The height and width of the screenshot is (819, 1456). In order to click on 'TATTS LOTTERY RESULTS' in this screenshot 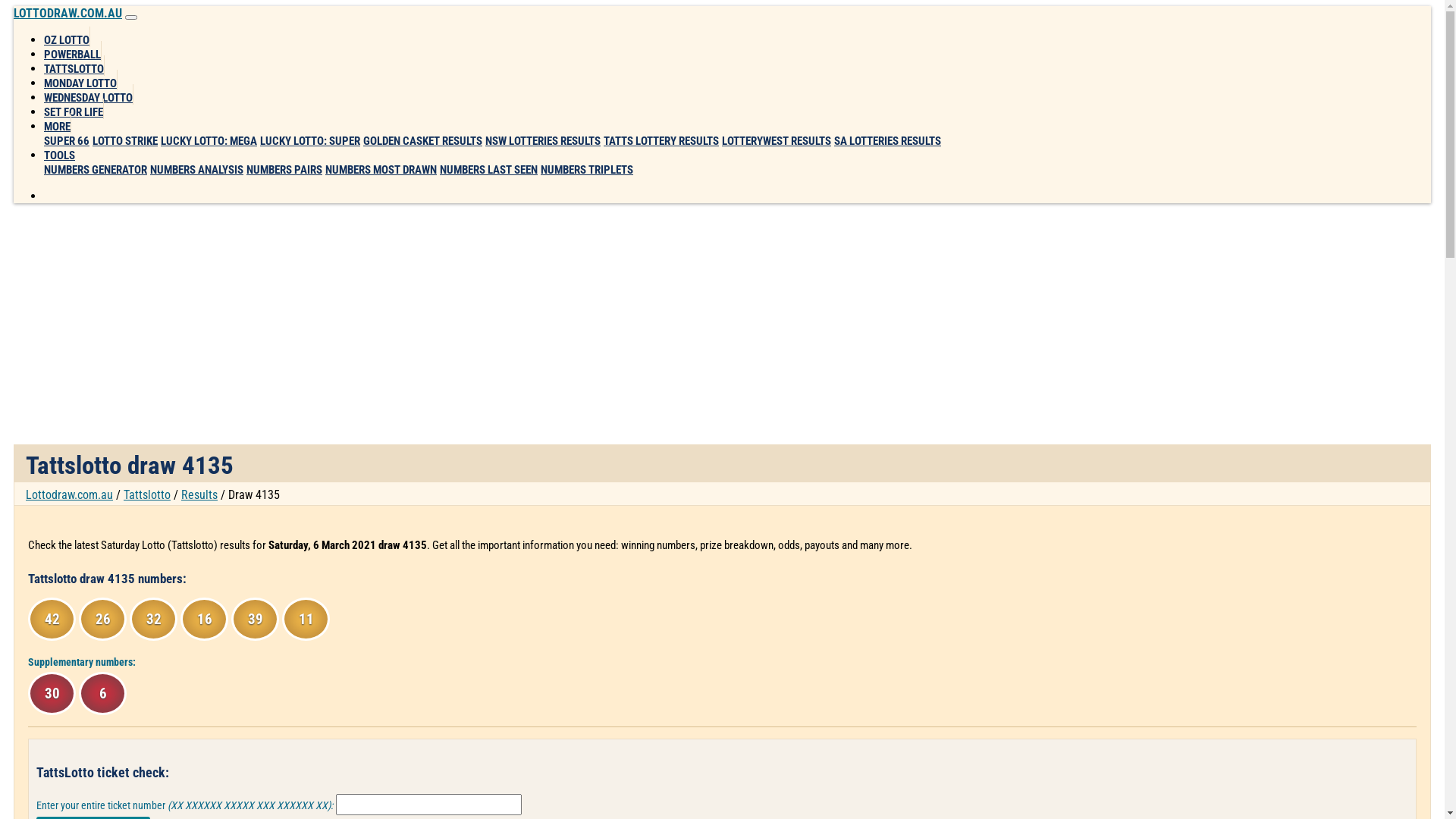, I will do `click(603, 140)`.